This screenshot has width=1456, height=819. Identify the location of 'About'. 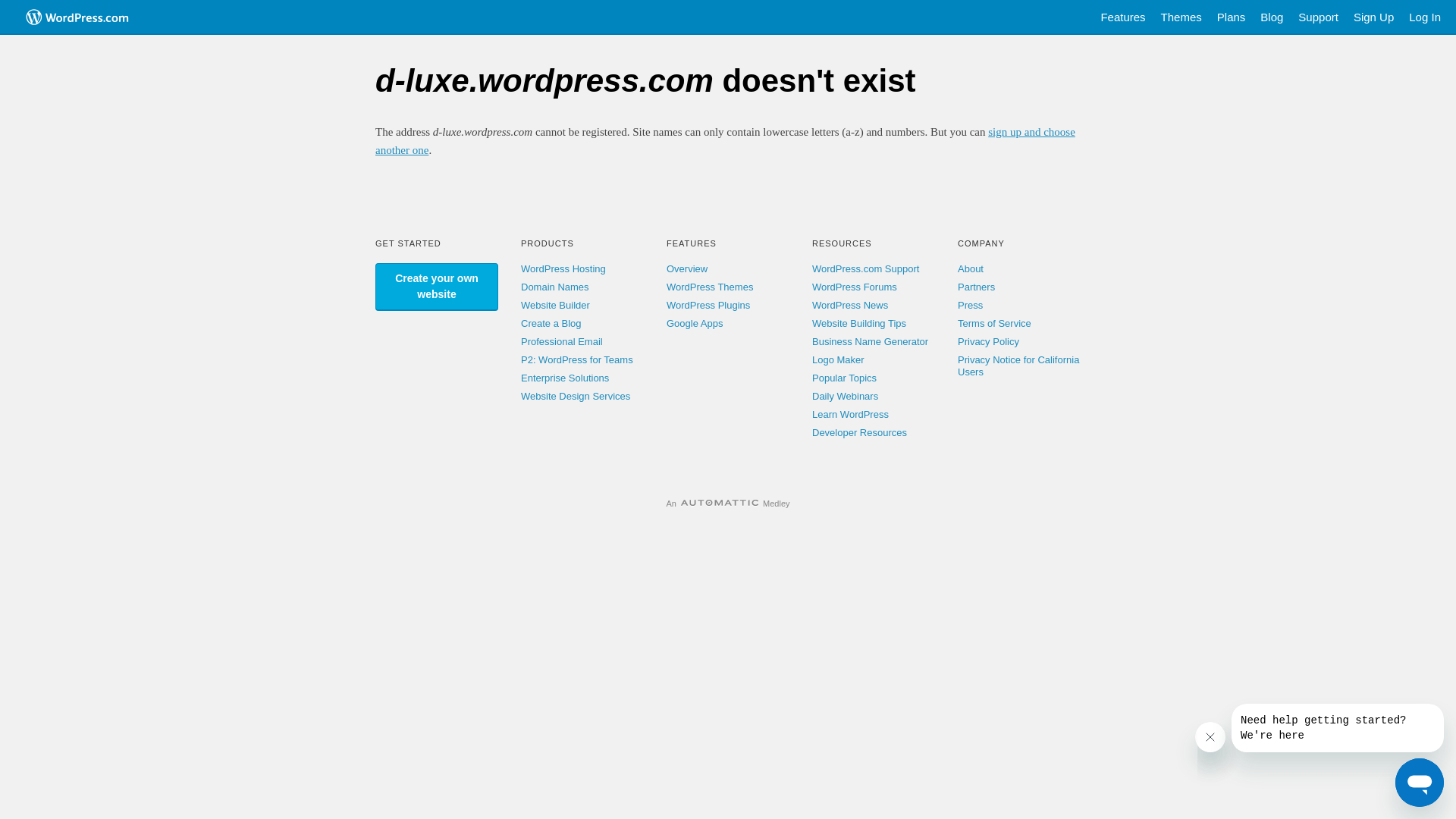
(956, 268).